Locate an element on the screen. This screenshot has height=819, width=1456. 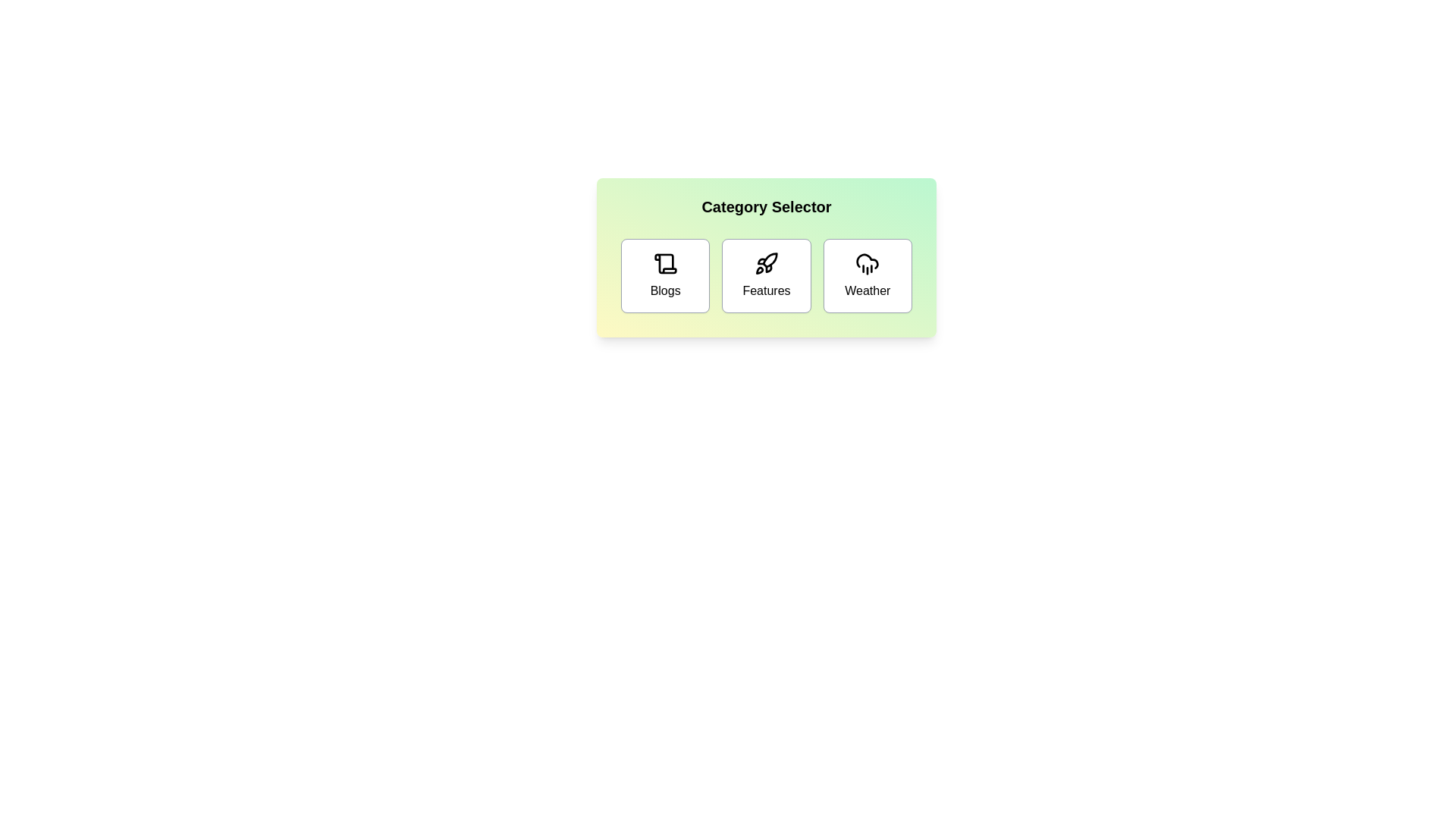
the category button labeled 'Blogs' to view its hover effects is located at coordinates (665, 275).